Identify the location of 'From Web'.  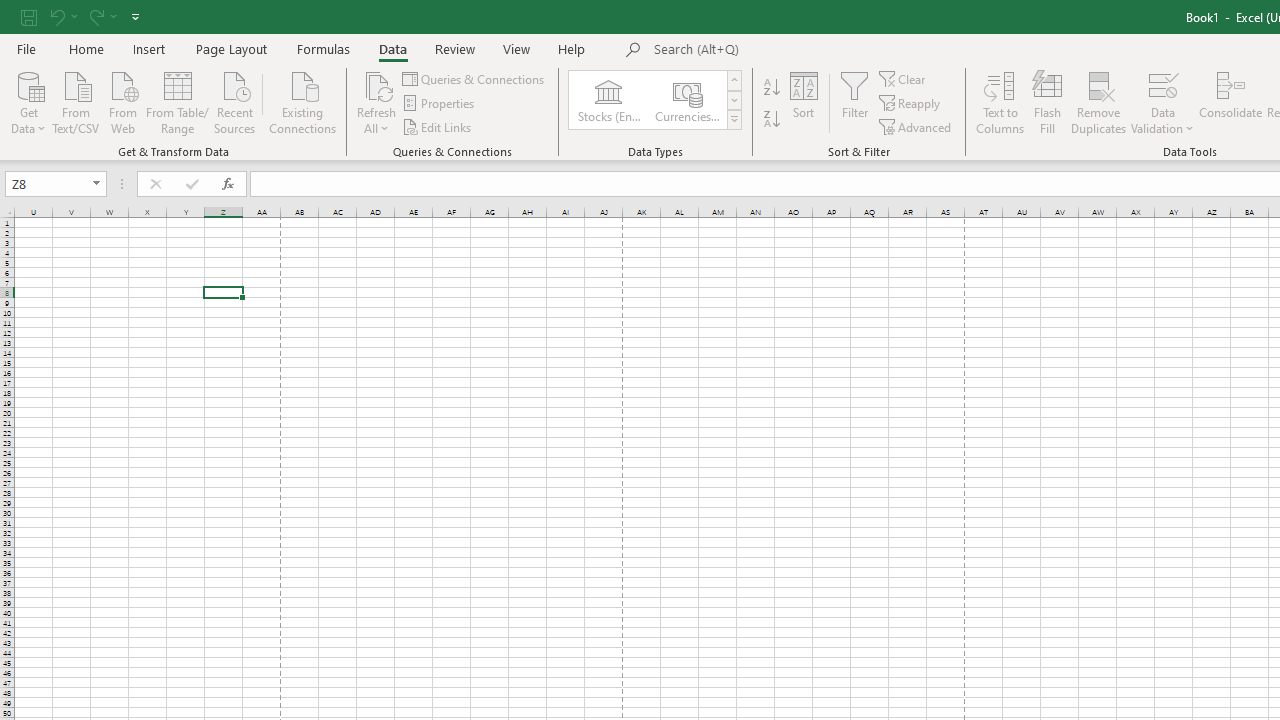
(121, 101).